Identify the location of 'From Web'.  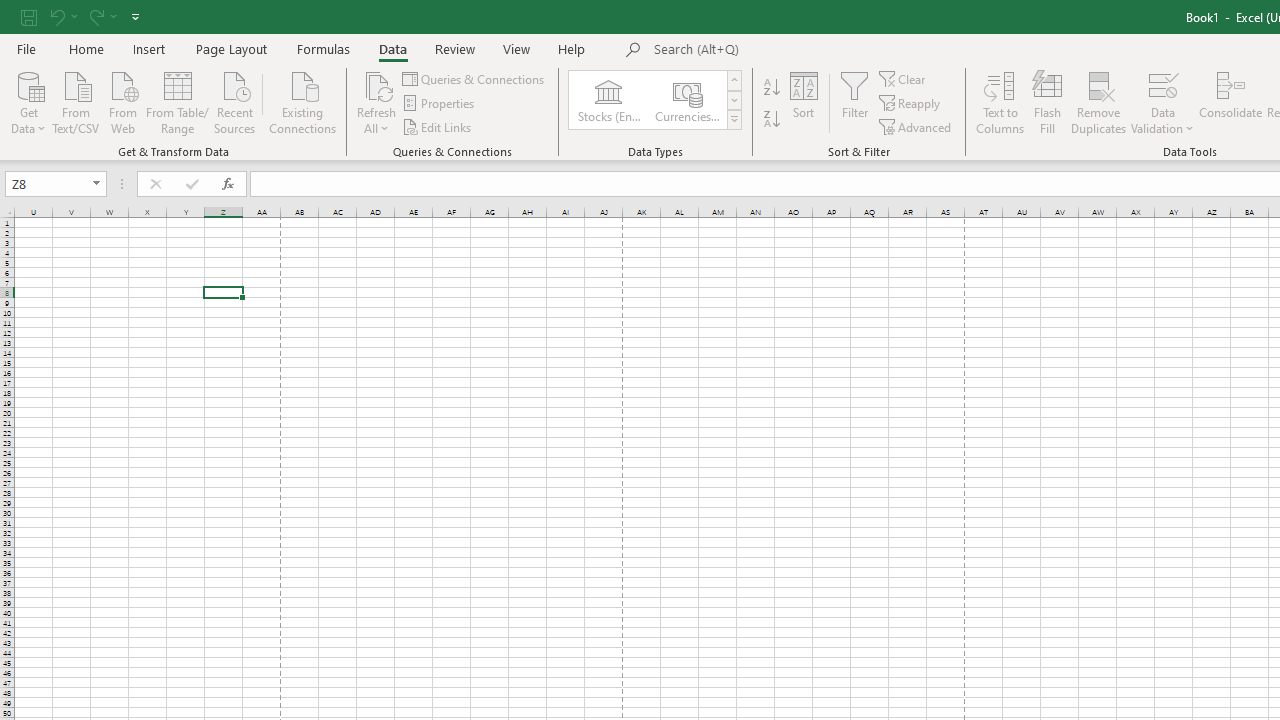
(121, 101).